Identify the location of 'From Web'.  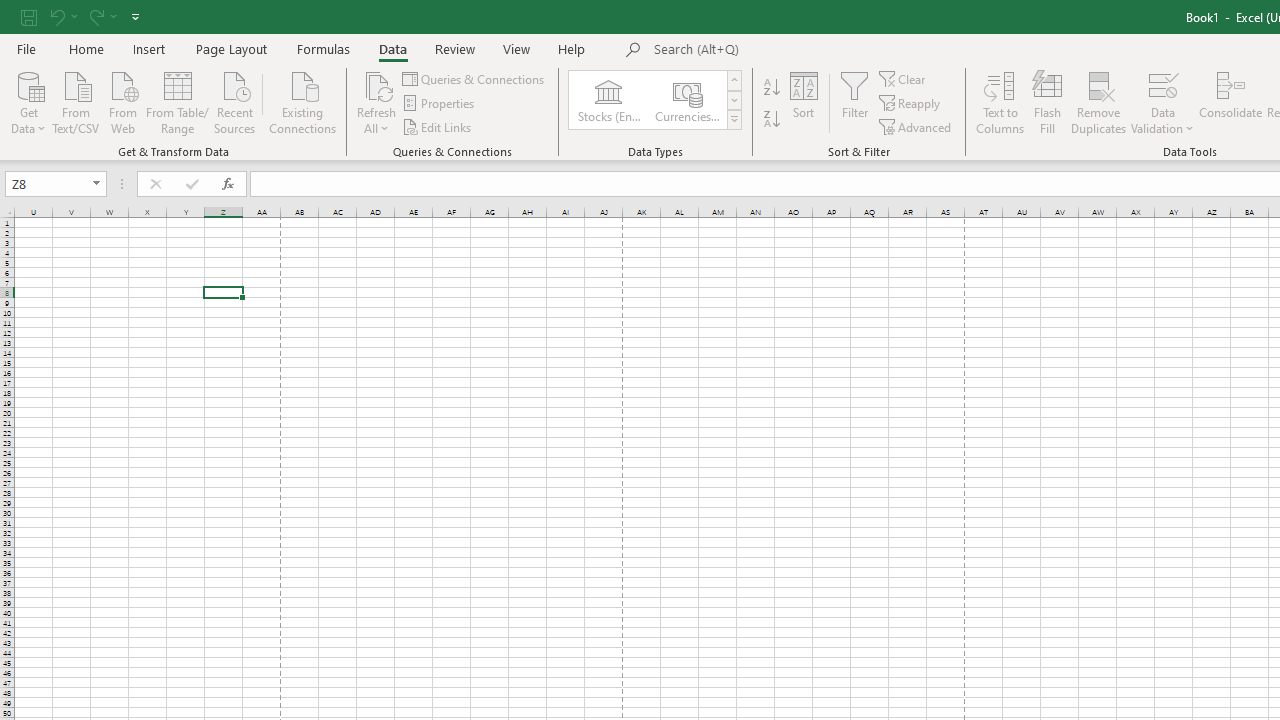
(121, 101).